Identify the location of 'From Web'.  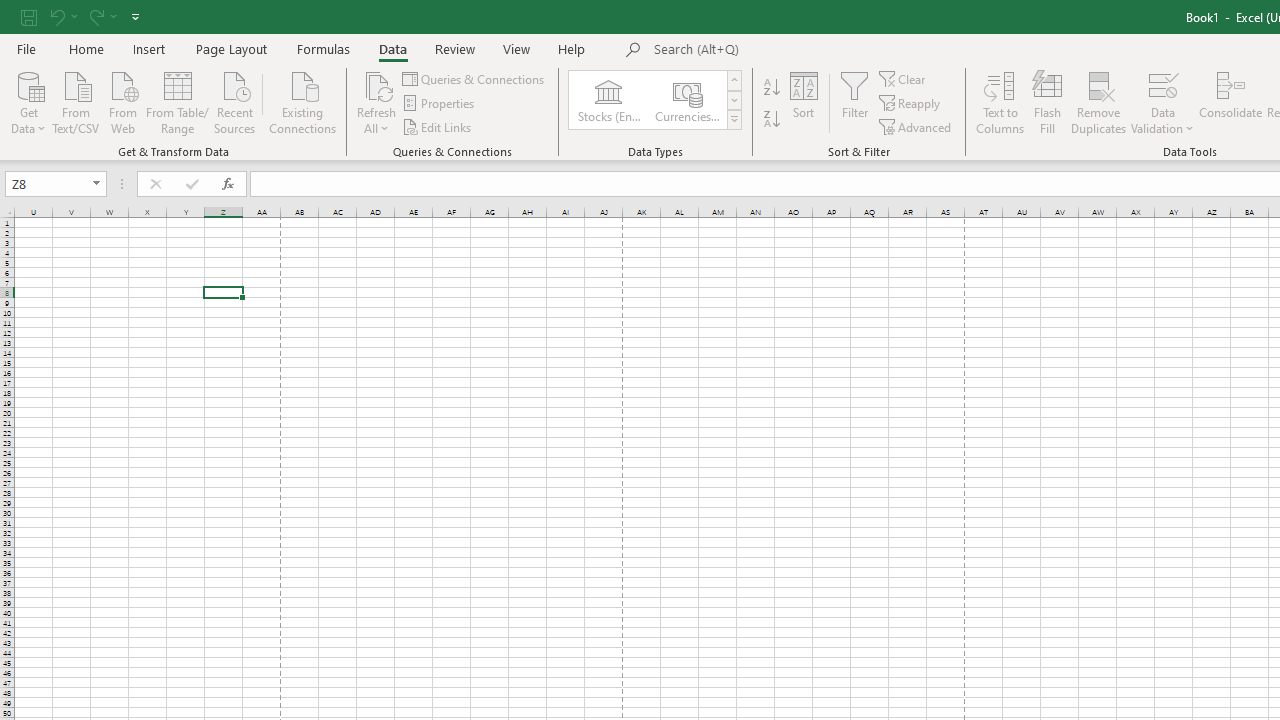
(121, 101).